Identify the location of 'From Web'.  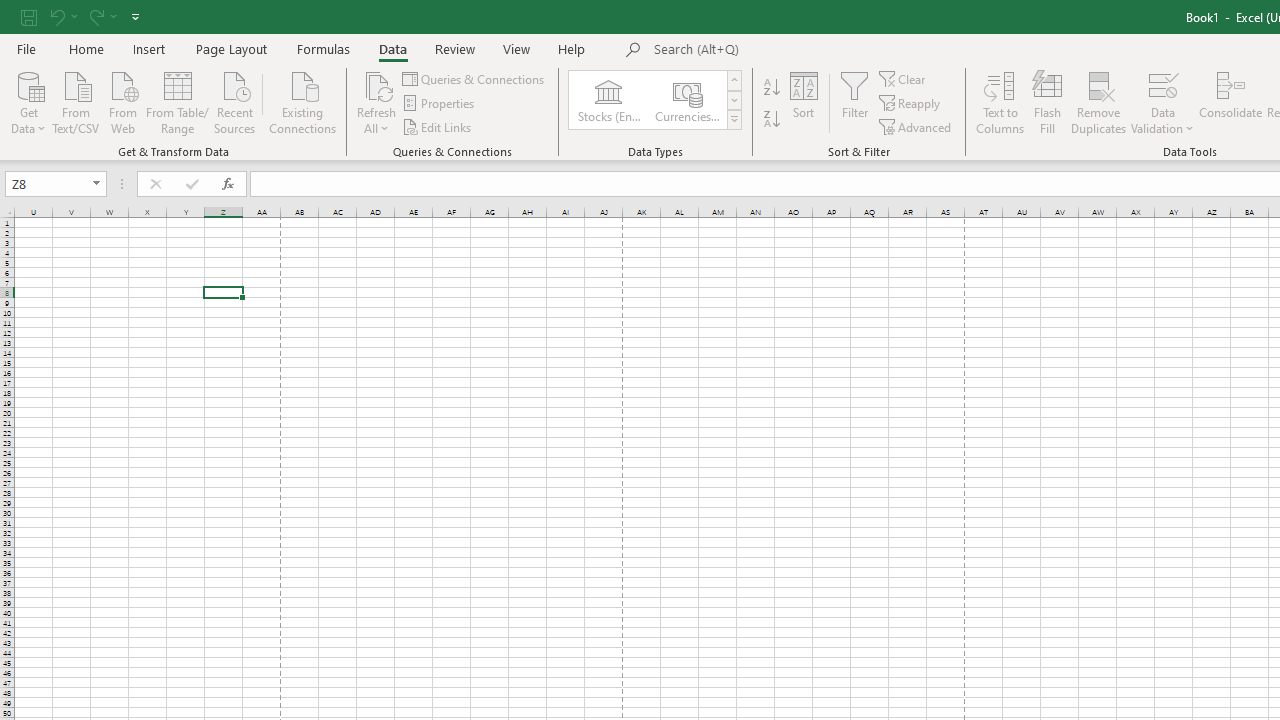
(121, 101).